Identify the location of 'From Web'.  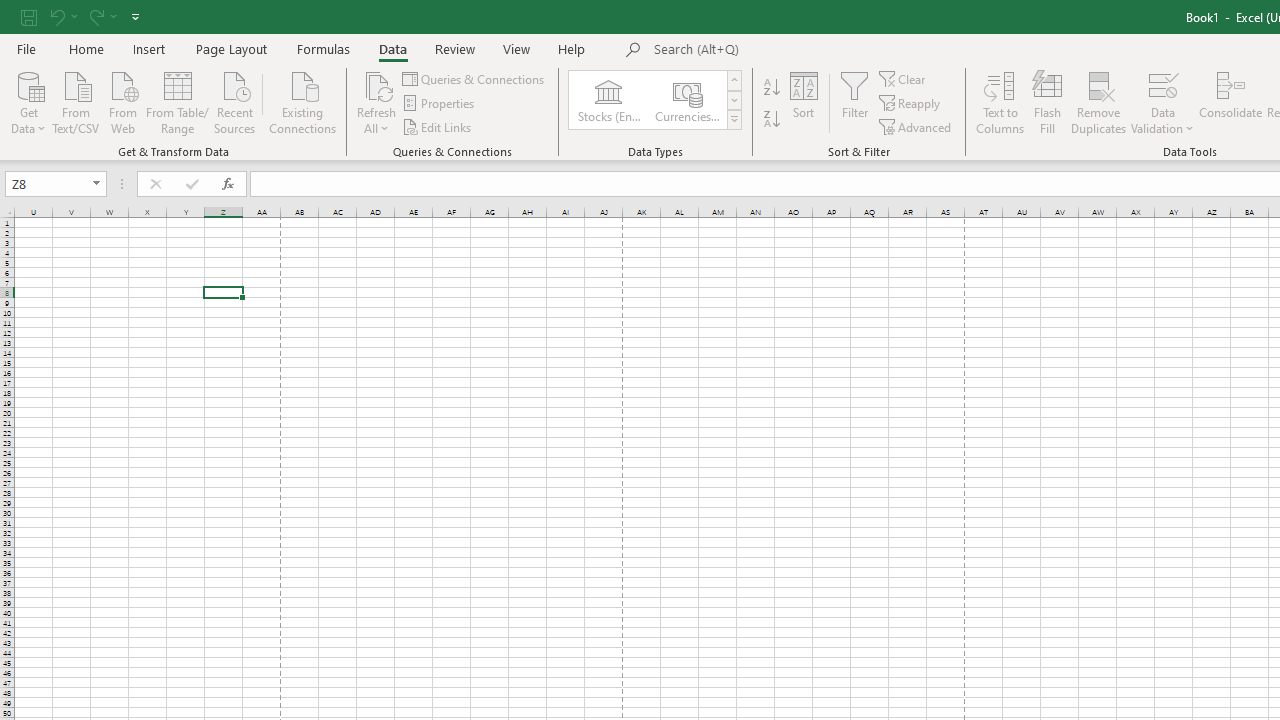
(121, 101).